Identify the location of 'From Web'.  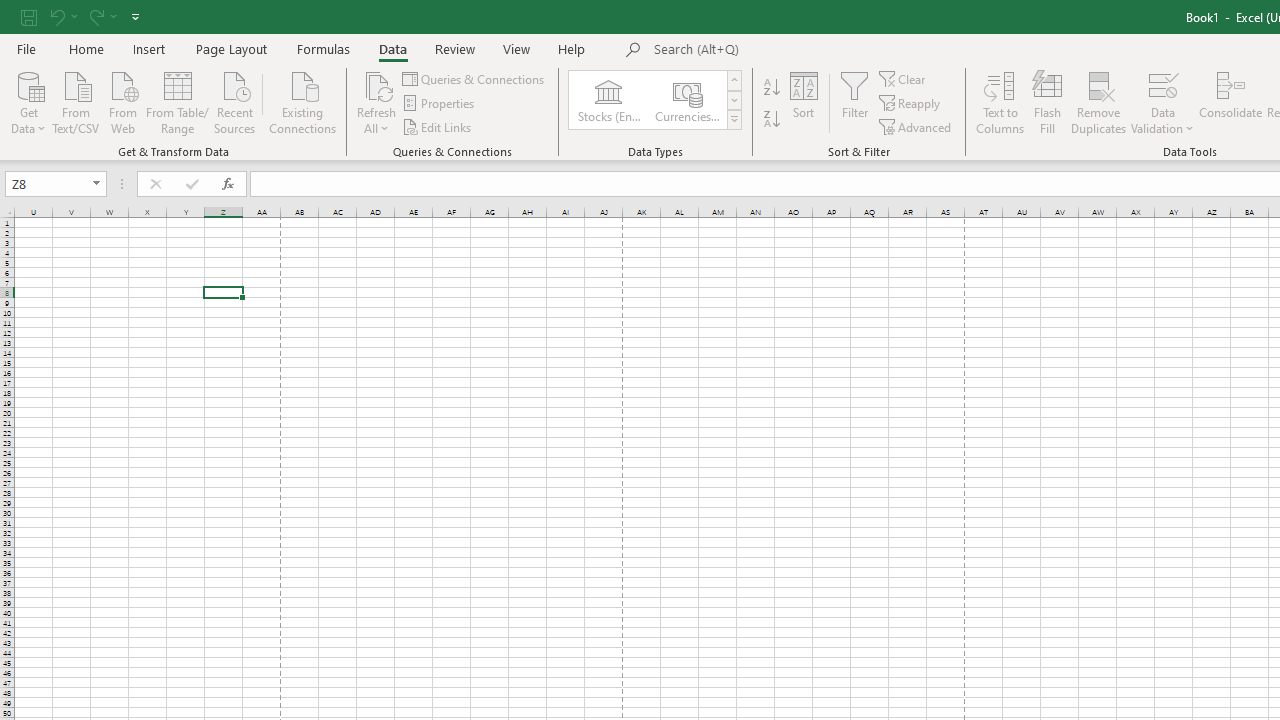
(121, 101).